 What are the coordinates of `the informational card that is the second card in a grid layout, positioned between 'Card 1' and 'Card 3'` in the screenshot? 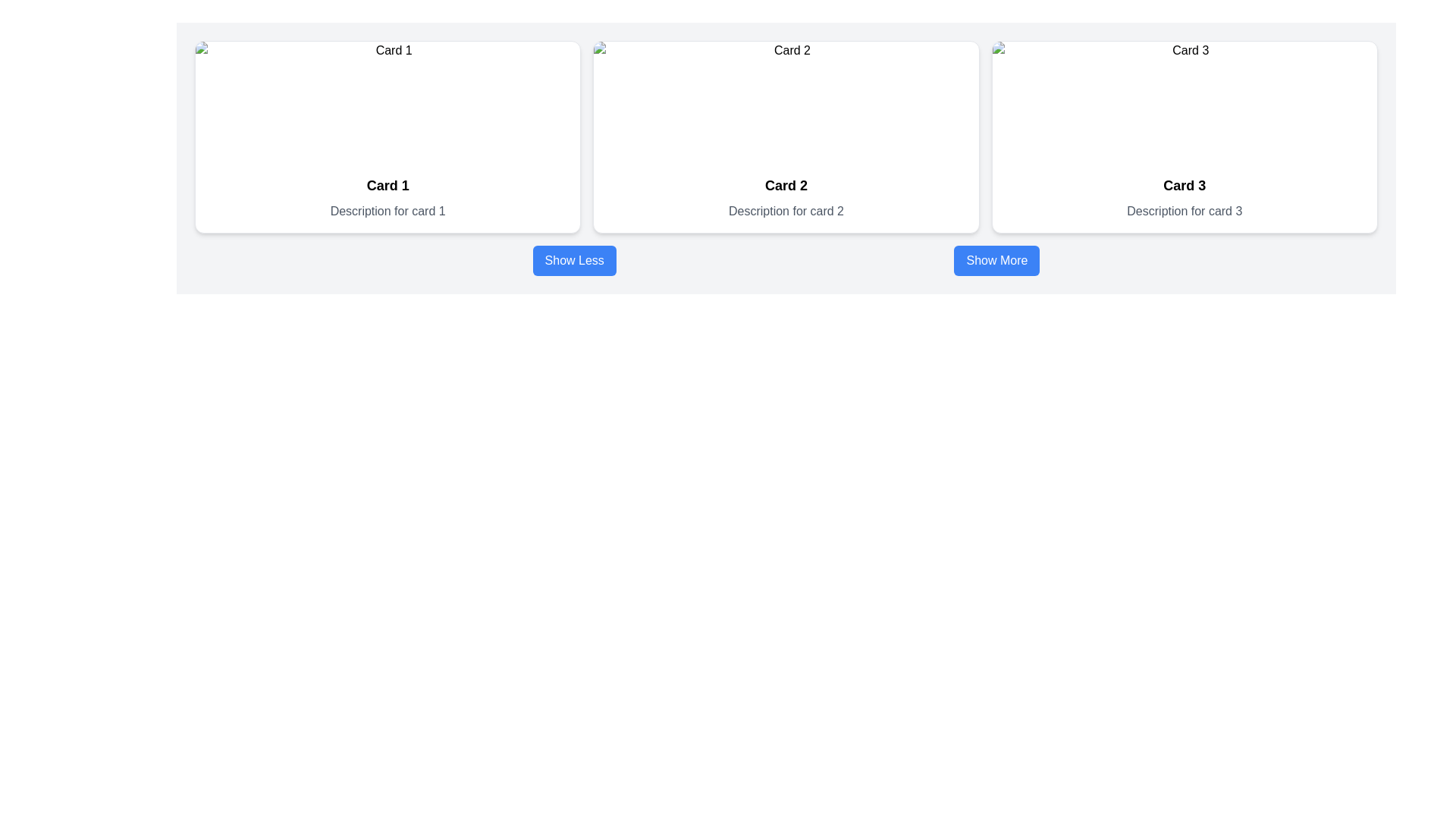 It's located at (786, 137).